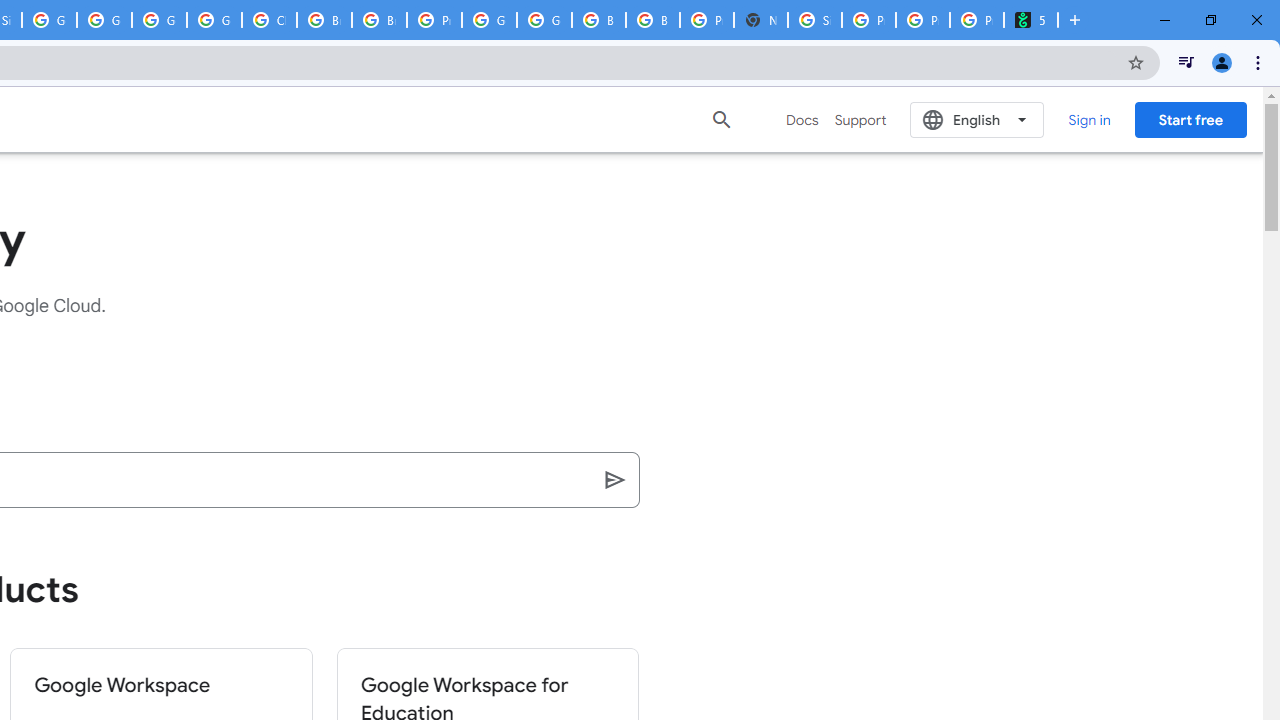 This screenshot has height=720, width=1280. Describe the element at coordinates (489, 20) in the screenshot. I see `'Google Cloud Platform'` at that location.